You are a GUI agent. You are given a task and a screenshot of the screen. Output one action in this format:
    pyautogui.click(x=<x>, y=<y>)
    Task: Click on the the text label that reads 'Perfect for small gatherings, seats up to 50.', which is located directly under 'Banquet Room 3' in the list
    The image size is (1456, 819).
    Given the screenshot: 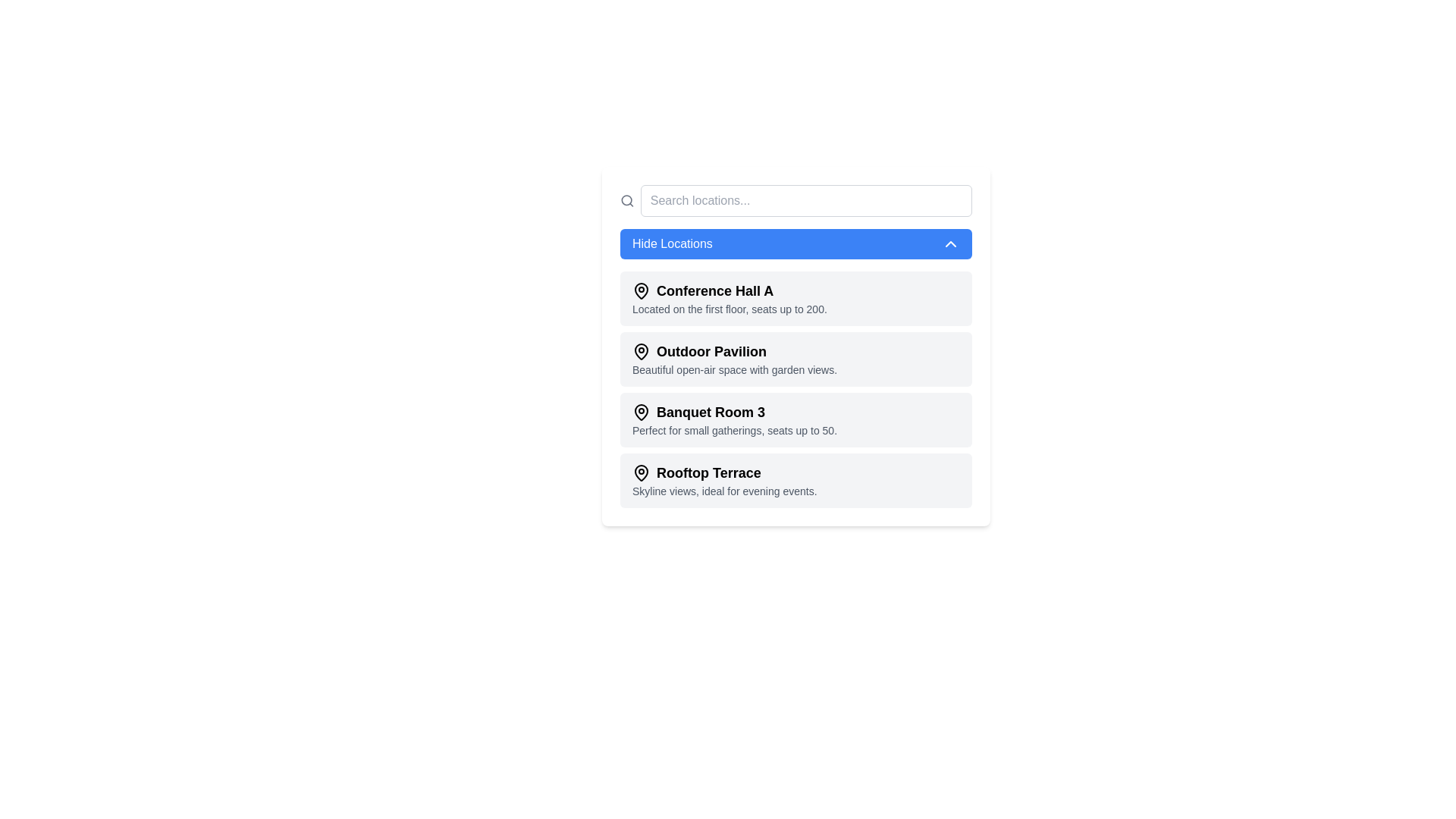 What is the action you would take?
    pyautogui.click(x=735, y=430)
    